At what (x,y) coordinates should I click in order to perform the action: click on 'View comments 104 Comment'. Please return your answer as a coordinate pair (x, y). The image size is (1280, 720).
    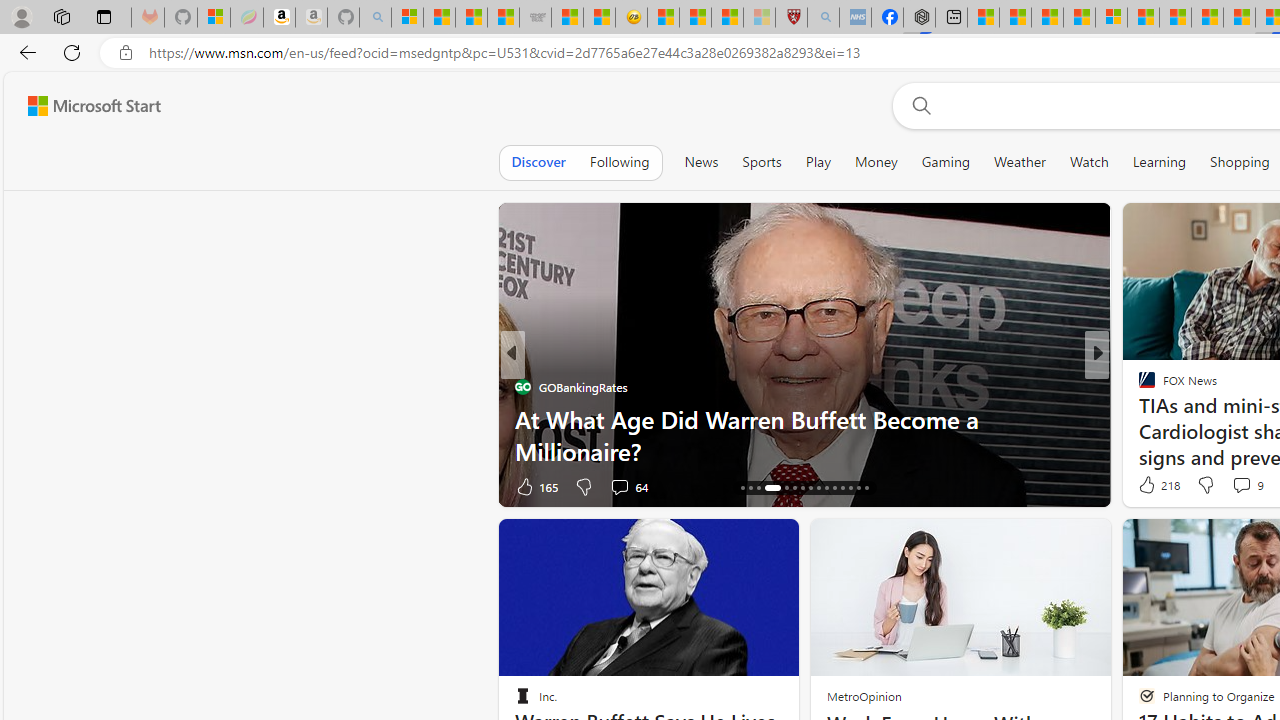
    Looking at the image, I should click on (1247, 486).